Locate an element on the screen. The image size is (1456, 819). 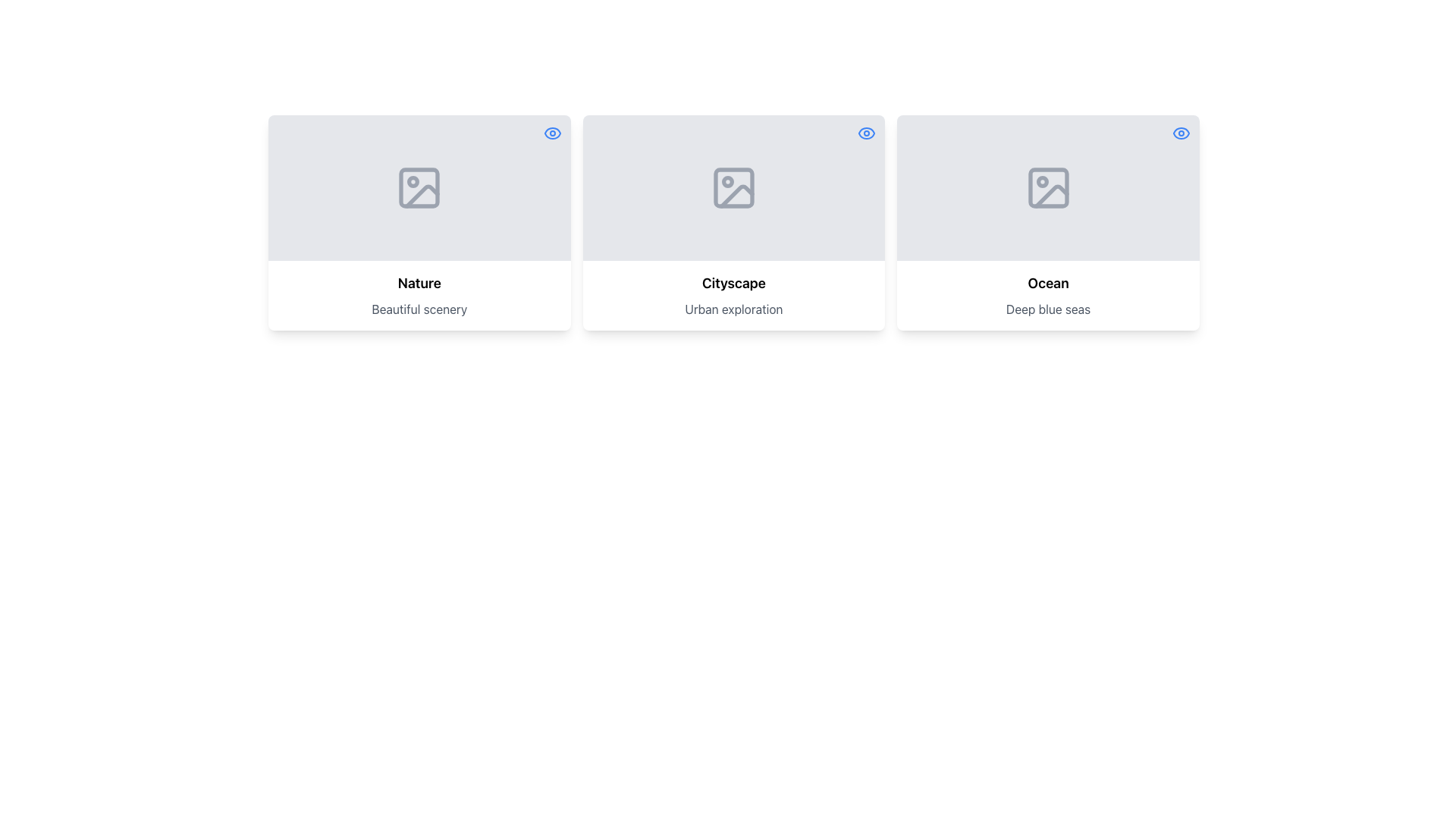
the decorative circle inside the 'Cityscape' card icon, located in the top-left corner of the graphical placeholder is located at coordinates (728, 180).